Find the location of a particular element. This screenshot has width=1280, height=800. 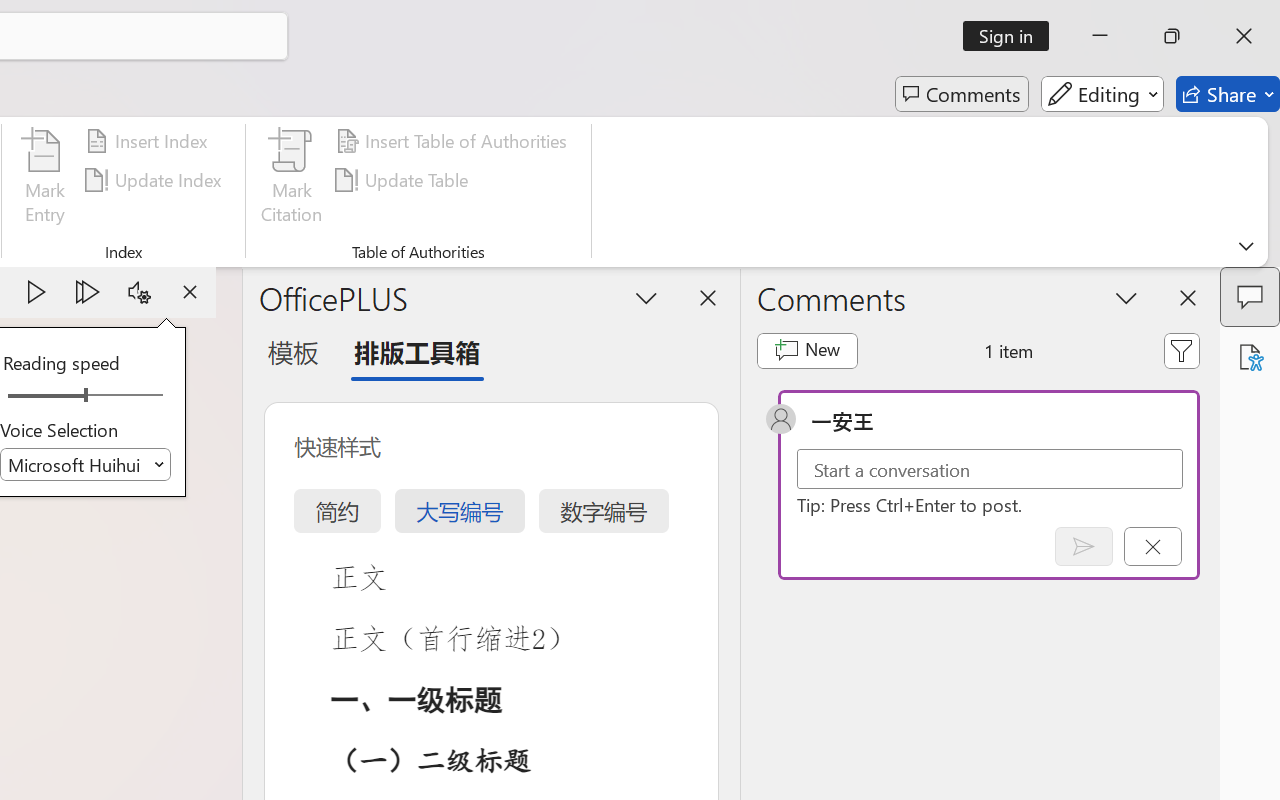

'Sign in' is located at coordinates (1013, 35).